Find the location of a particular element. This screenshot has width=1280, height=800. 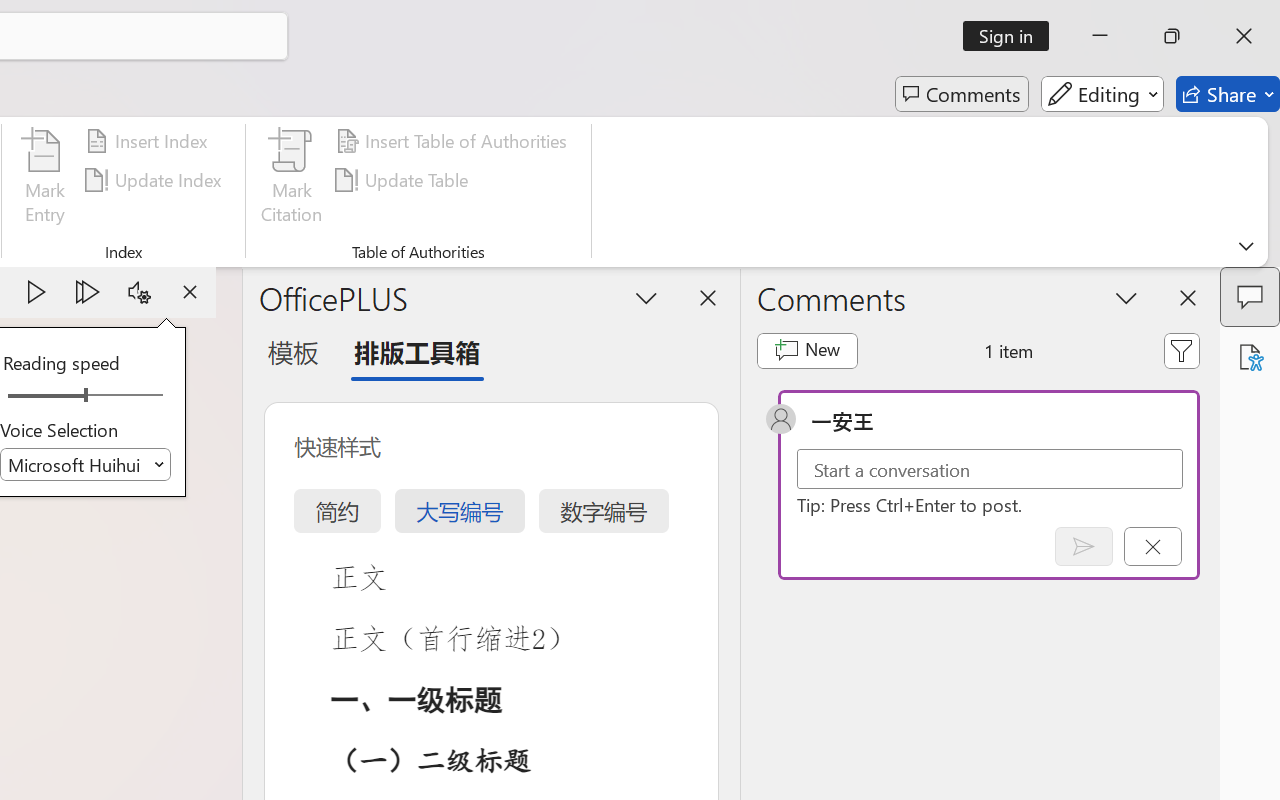

'Sign in' is located at coordinates (1013, 35).